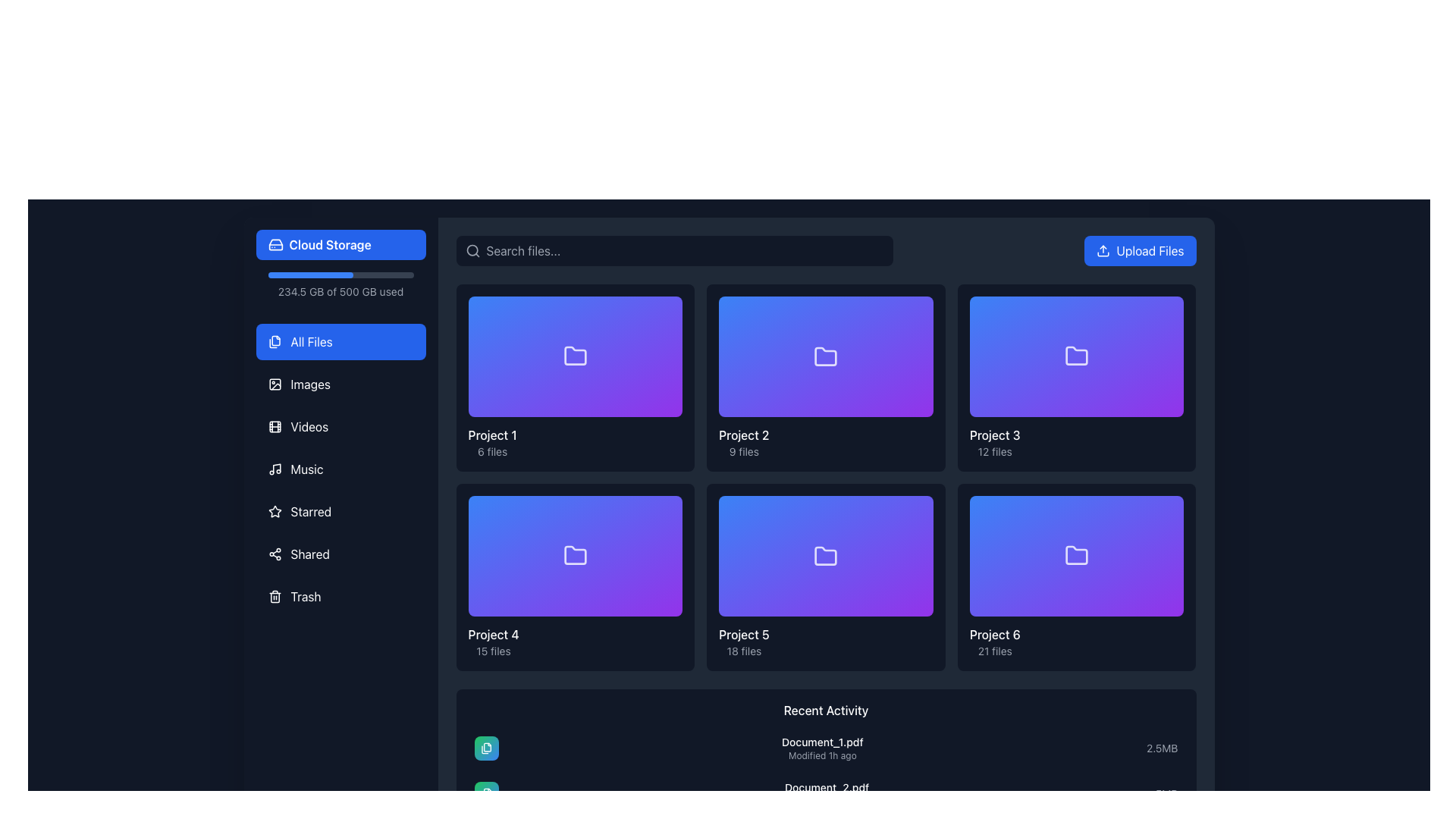  I want to click on the second interactive card, so click(825, 377).